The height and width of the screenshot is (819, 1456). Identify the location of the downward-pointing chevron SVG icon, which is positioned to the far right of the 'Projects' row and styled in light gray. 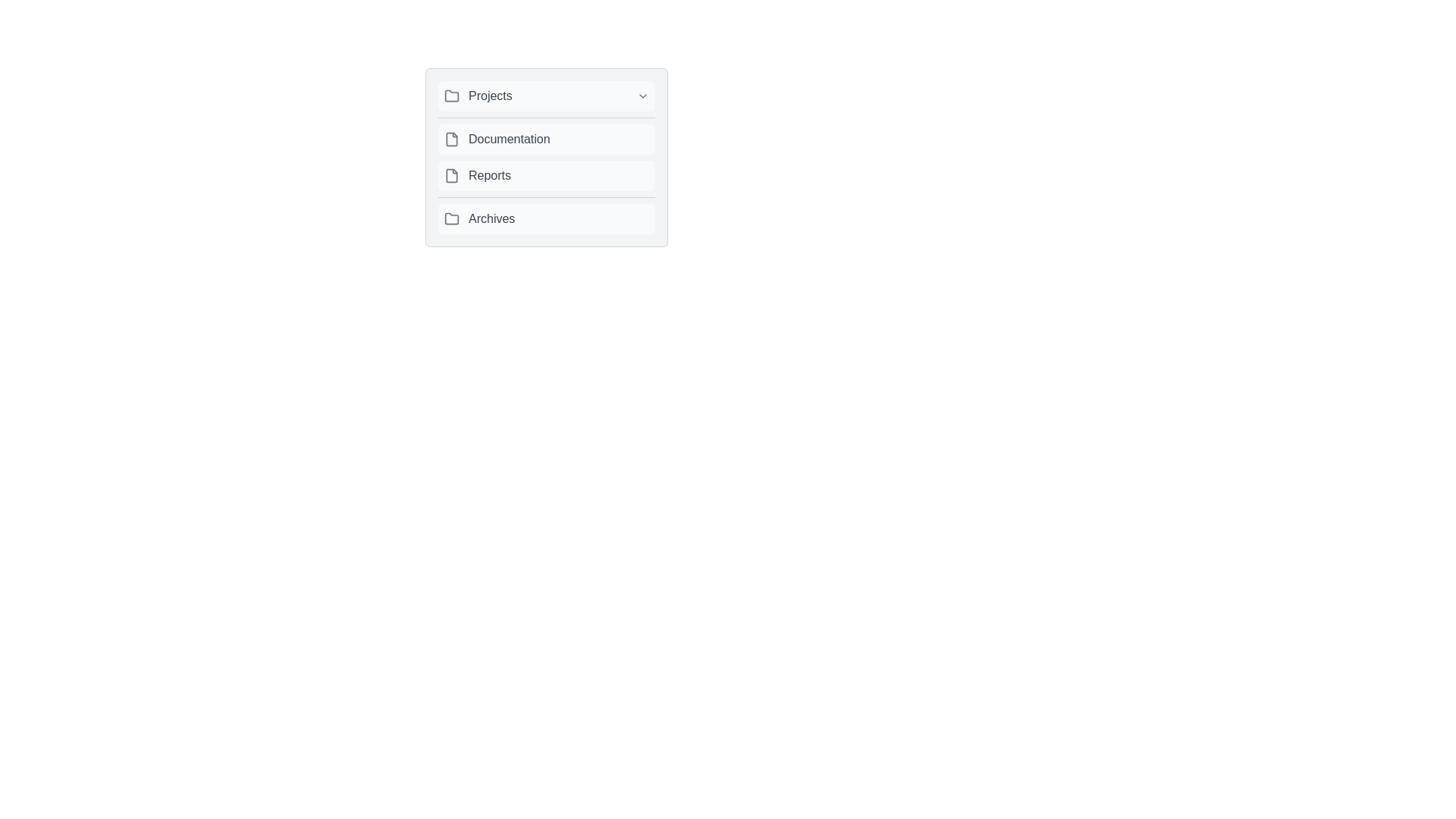
(643, 96).